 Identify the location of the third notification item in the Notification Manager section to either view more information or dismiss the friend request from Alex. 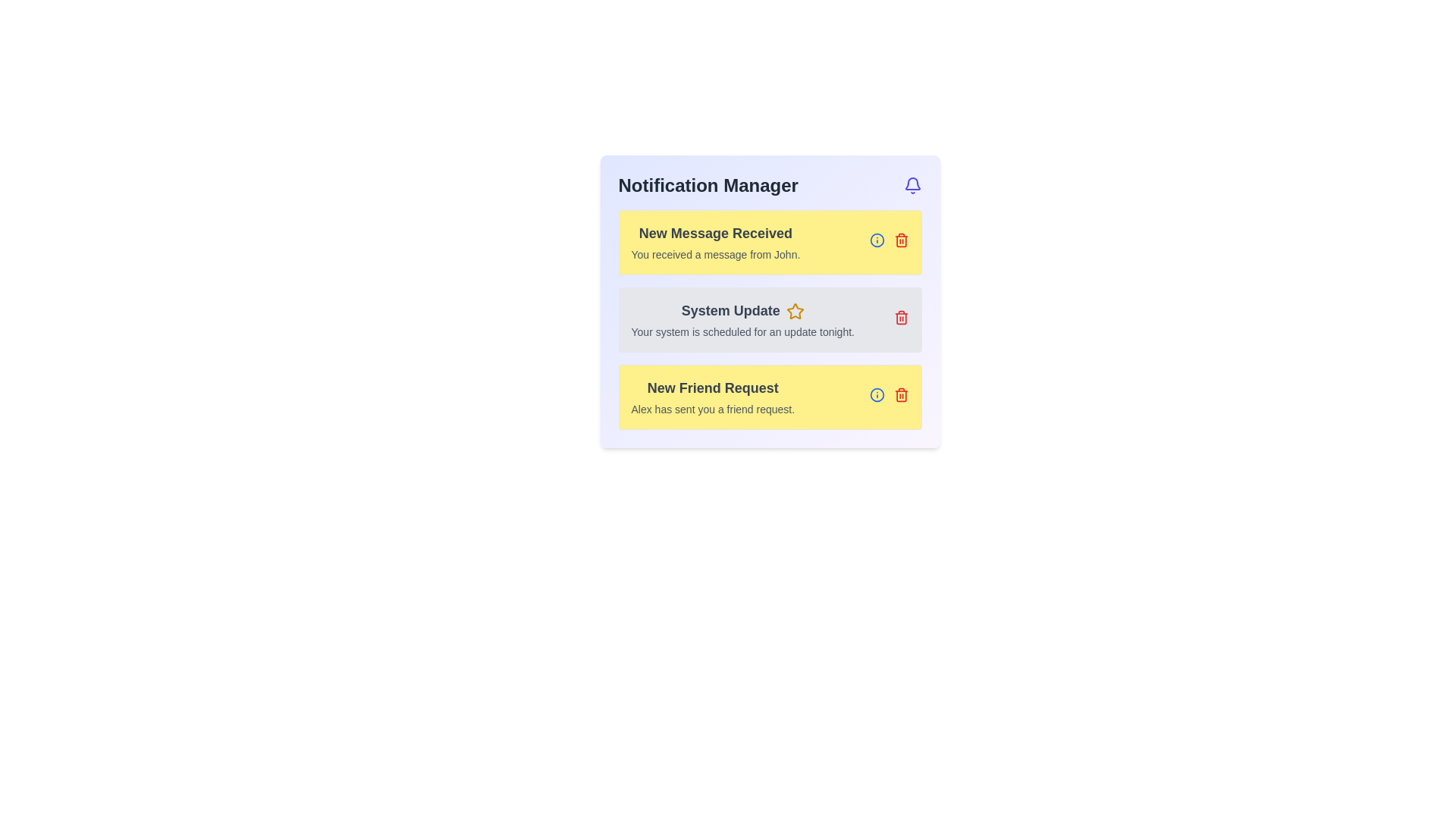
(770, 397).